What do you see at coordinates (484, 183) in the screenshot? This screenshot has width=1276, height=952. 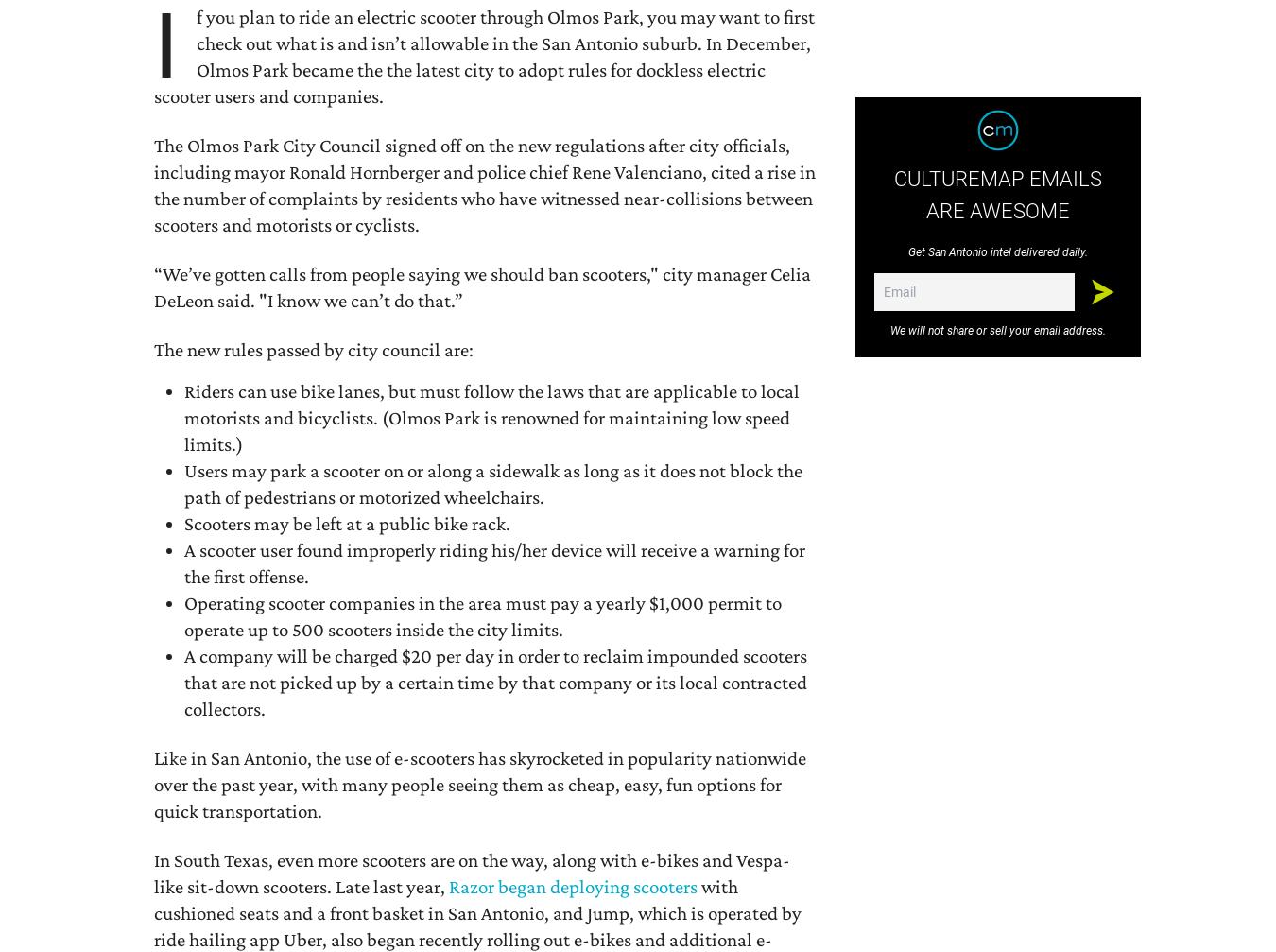 I see `'The Olmos Park City Council signed off on the new regulations after city officials, including mayor Ronald Hornberger and police chief Rene Valenciano, cited a rise in the number of complaints by residents who have witnessed near-collisions between scooters and motorists or cyclists.'` at bounding box center [484, 183].